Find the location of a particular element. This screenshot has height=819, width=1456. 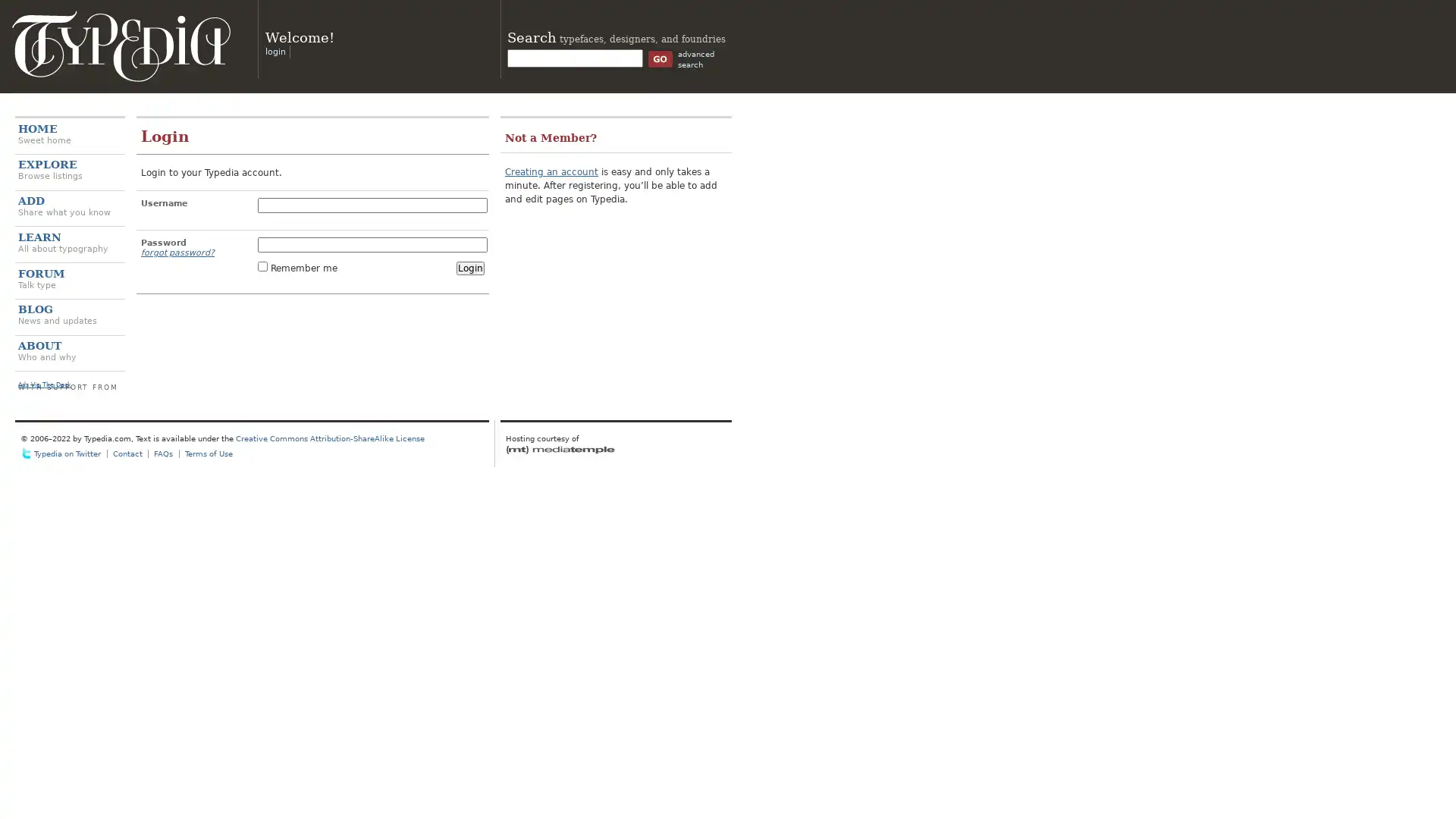

Go is located at coordinates (660, 58).